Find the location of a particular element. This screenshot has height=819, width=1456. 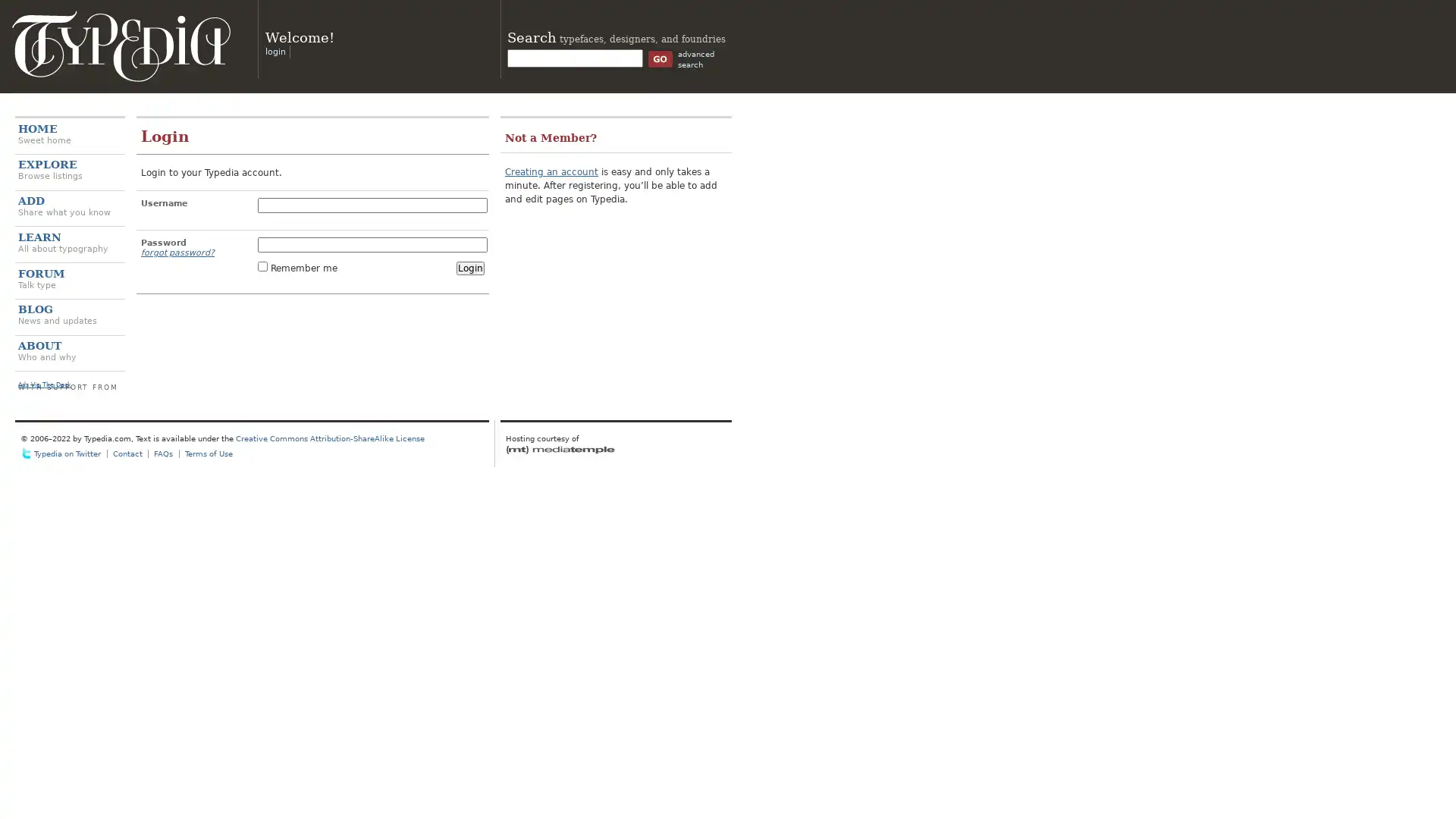

Go is located at coordinates (660, 58).